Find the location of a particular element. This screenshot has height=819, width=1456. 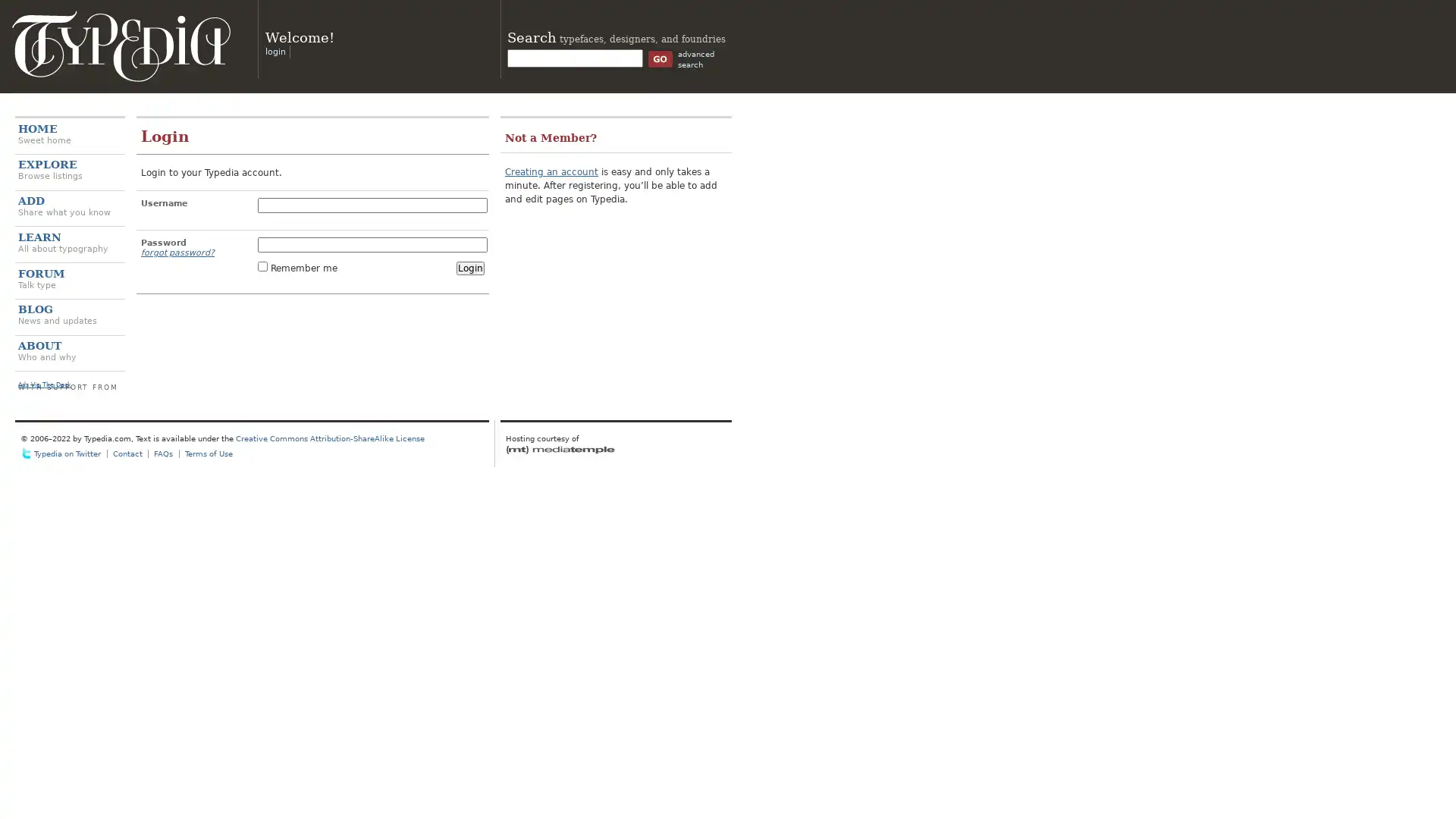

Go is located at coordinates (660, 58).